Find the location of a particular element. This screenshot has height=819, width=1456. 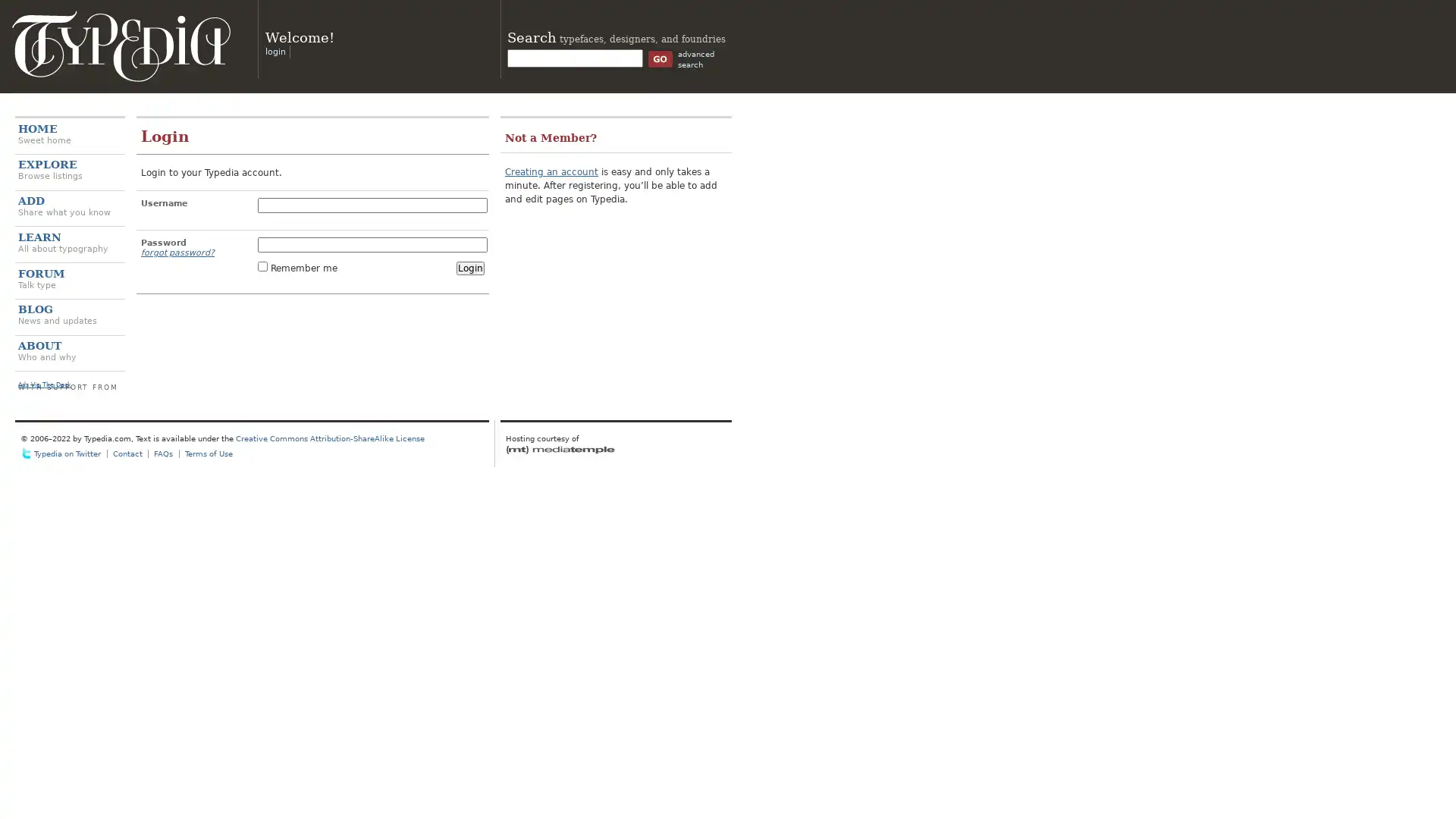

Go is located at coordinates (660, 58).